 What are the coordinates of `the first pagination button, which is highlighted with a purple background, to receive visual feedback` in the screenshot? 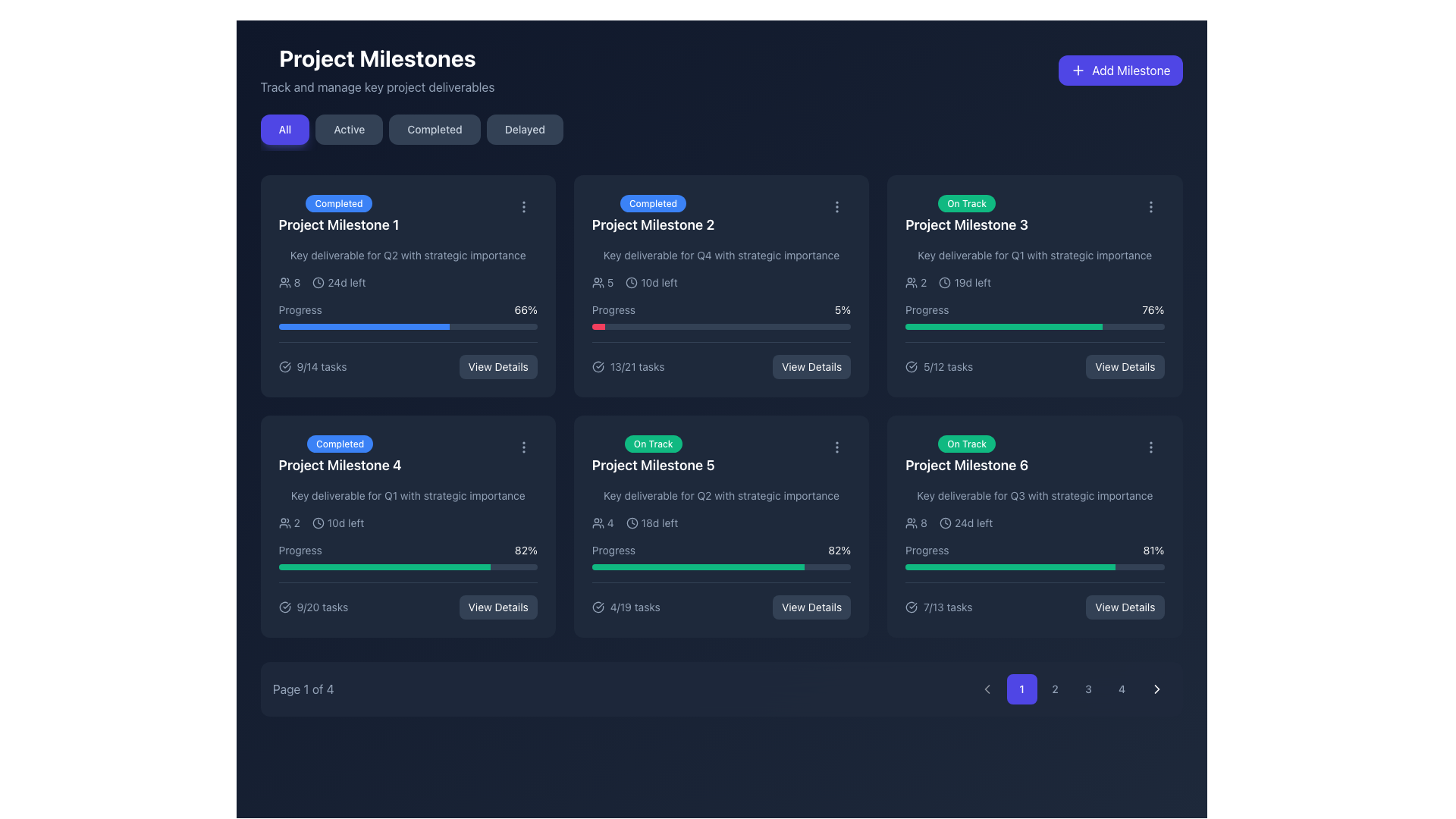 It's located at (1071, 689).